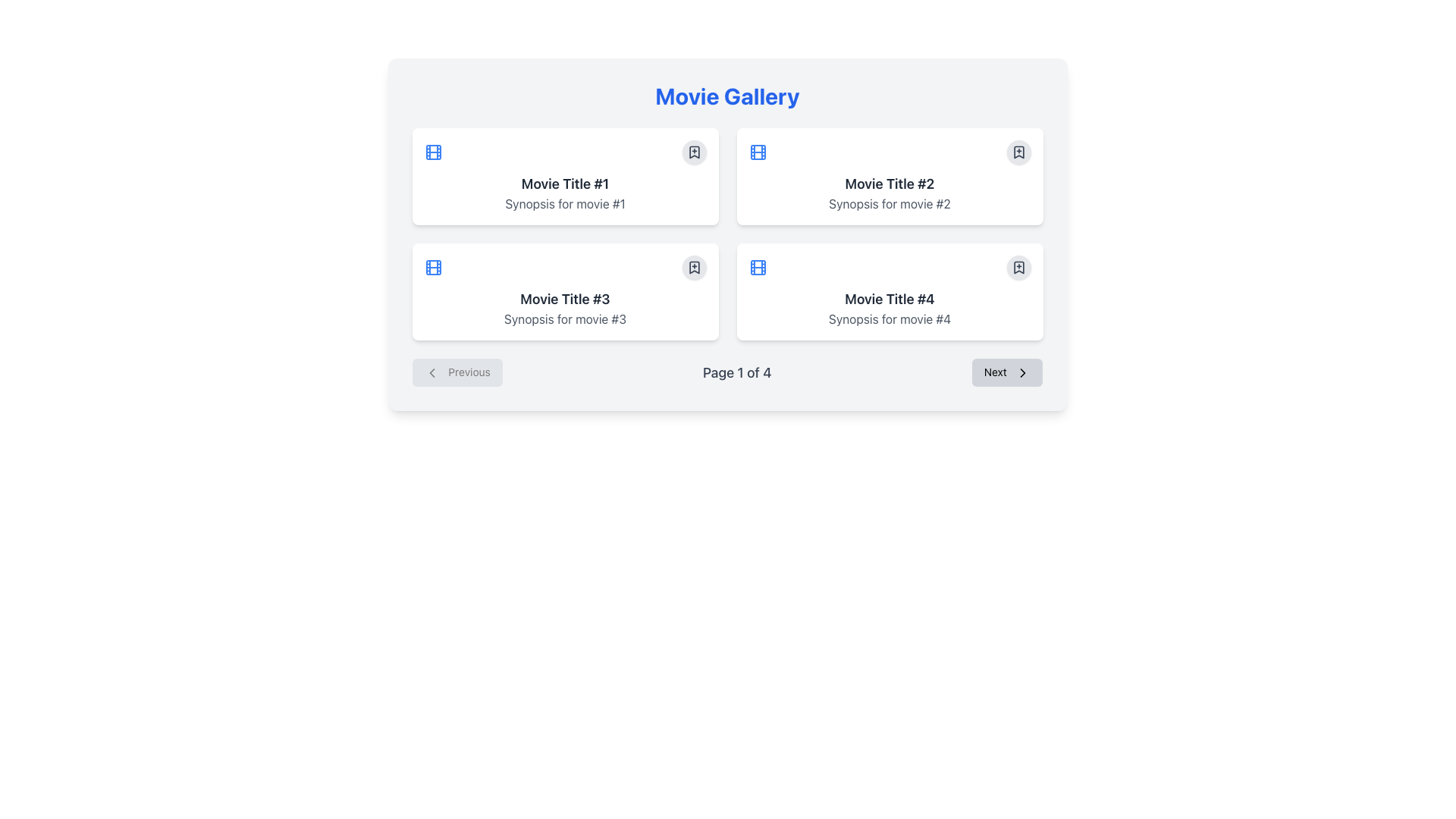 The height and width of the screenshot is (819, 1456). I want to click on static text label that serves as the title of the movie in the first title card of the grid view, located in the top left quadrant above the synopsis text, so click(564, 184).